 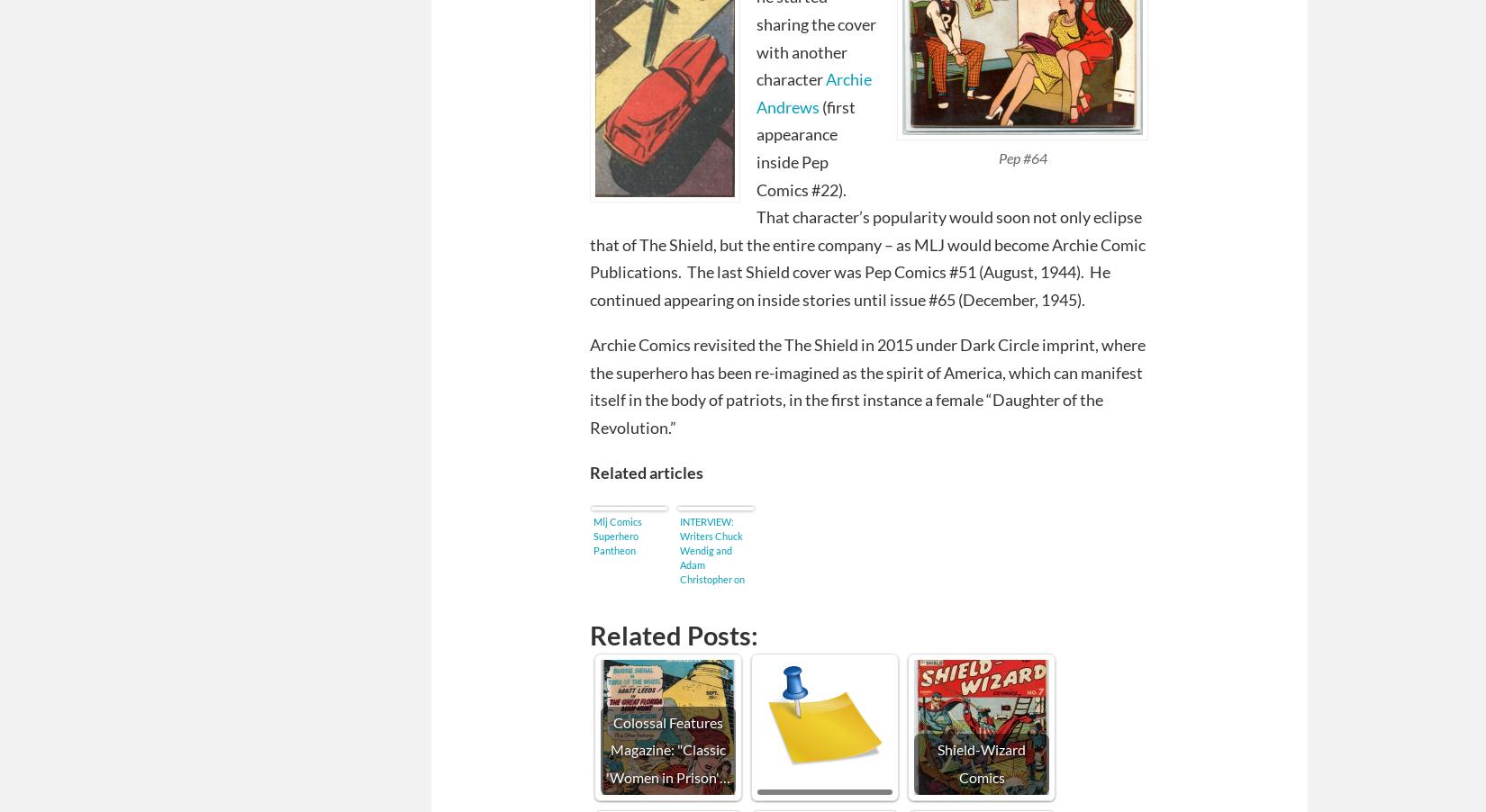 I want to click on 'Archie Andrews', so click(x=814, y=93).